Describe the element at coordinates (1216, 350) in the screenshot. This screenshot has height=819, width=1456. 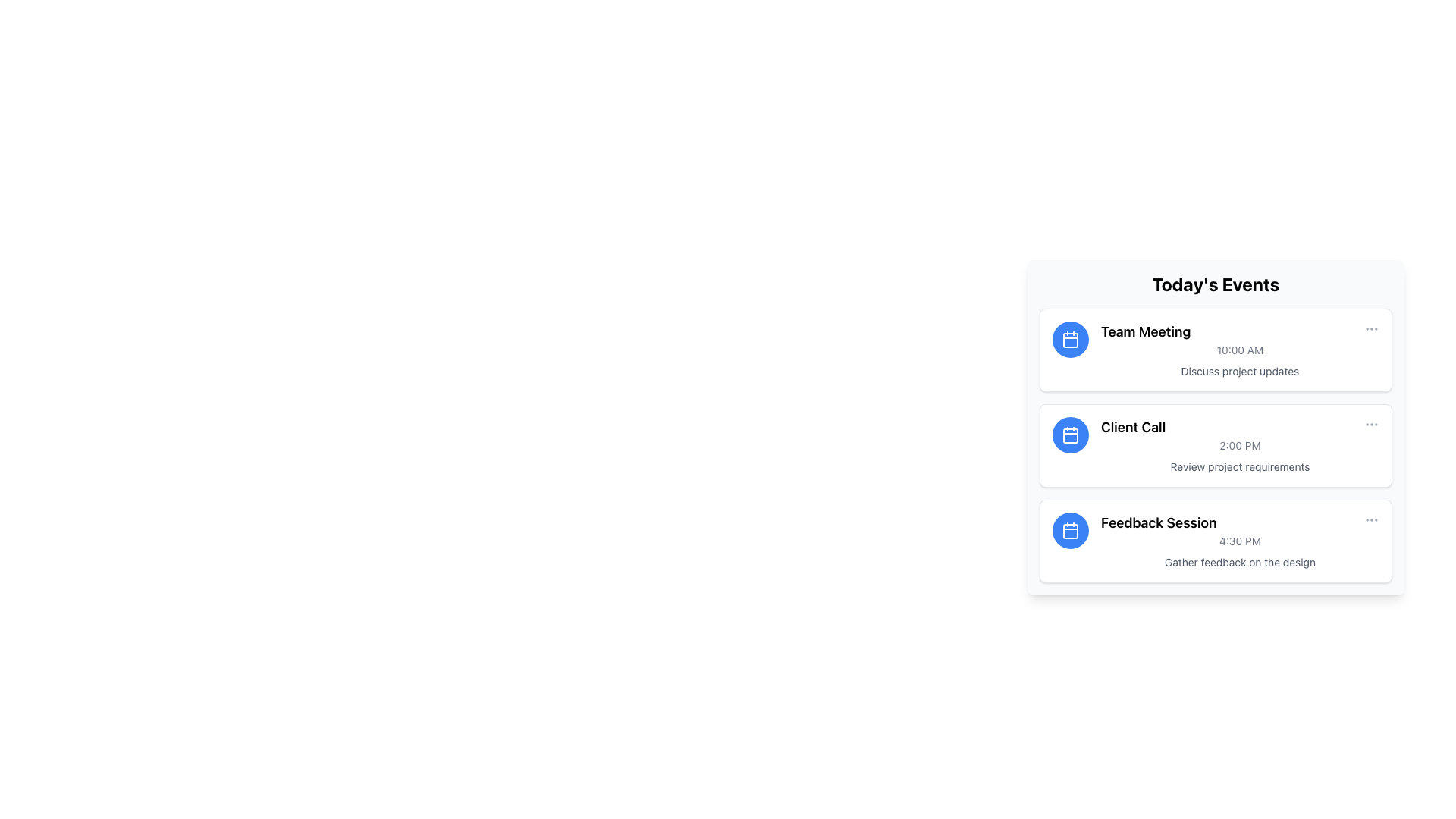
I see `details about the 'Team Meeting' event from the first List Item Card in the 'Today's Events' section, which features a calendar icon and the text '10:00 AM' and 'Discuss project updates'` at that location.